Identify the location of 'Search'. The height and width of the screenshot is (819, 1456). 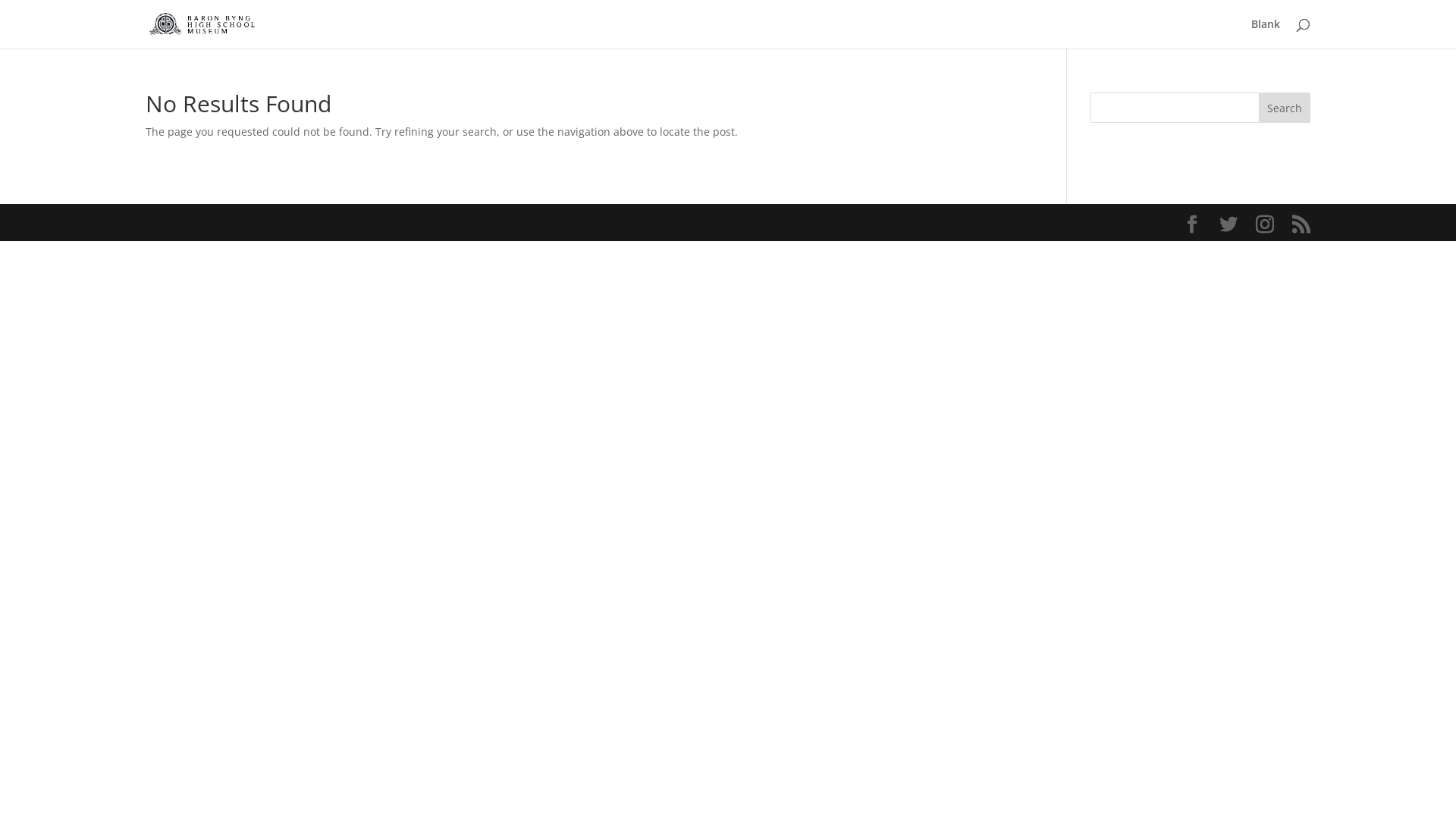
(1284, 107).